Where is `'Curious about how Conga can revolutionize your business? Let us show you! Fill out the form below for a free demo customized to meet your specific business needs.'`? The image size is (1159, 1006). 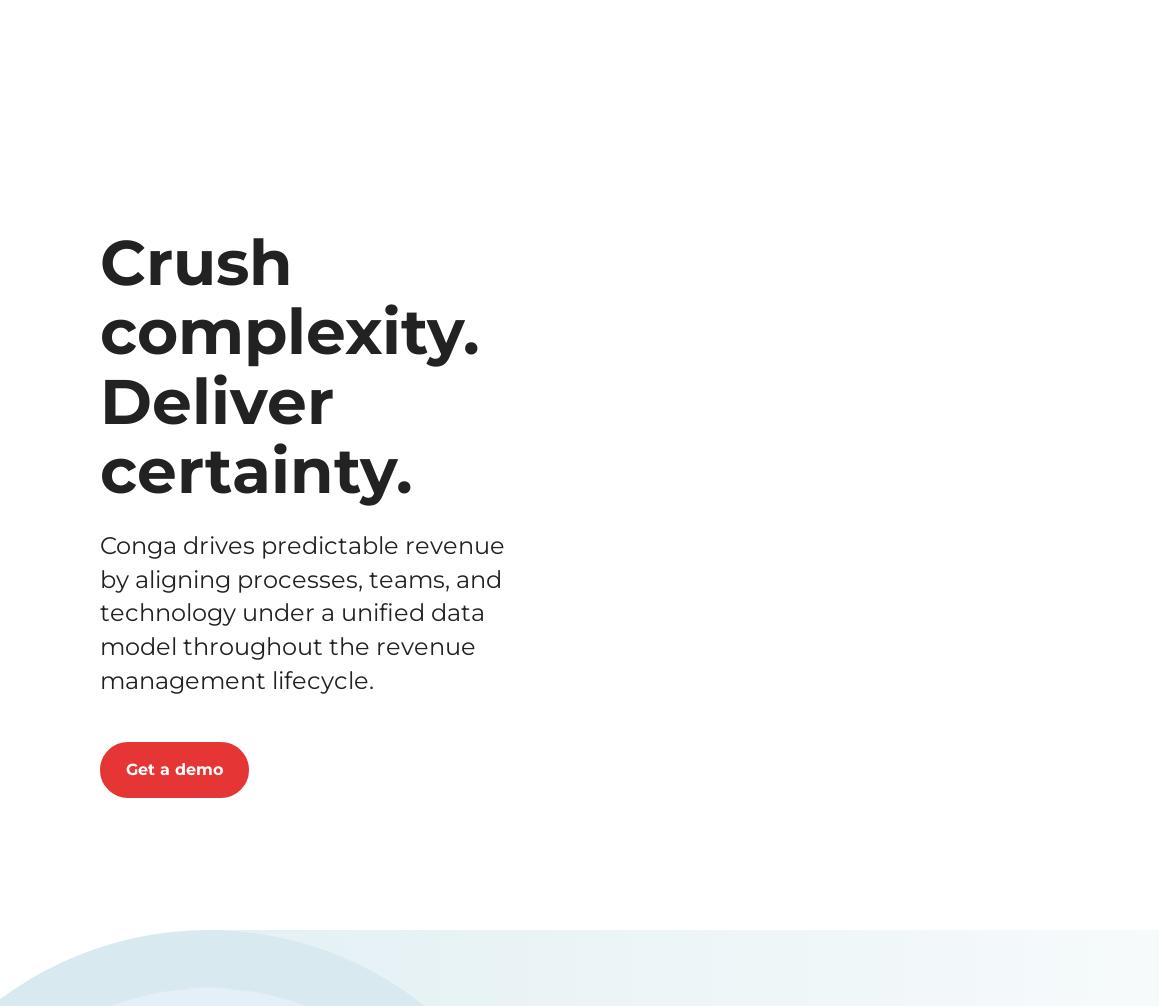
'Curious about how Conga can revolutionize your business? Let us show you! Fill out the form below for a free demo customized to meet your specific business needs.' is located at coordinates (578, 202).